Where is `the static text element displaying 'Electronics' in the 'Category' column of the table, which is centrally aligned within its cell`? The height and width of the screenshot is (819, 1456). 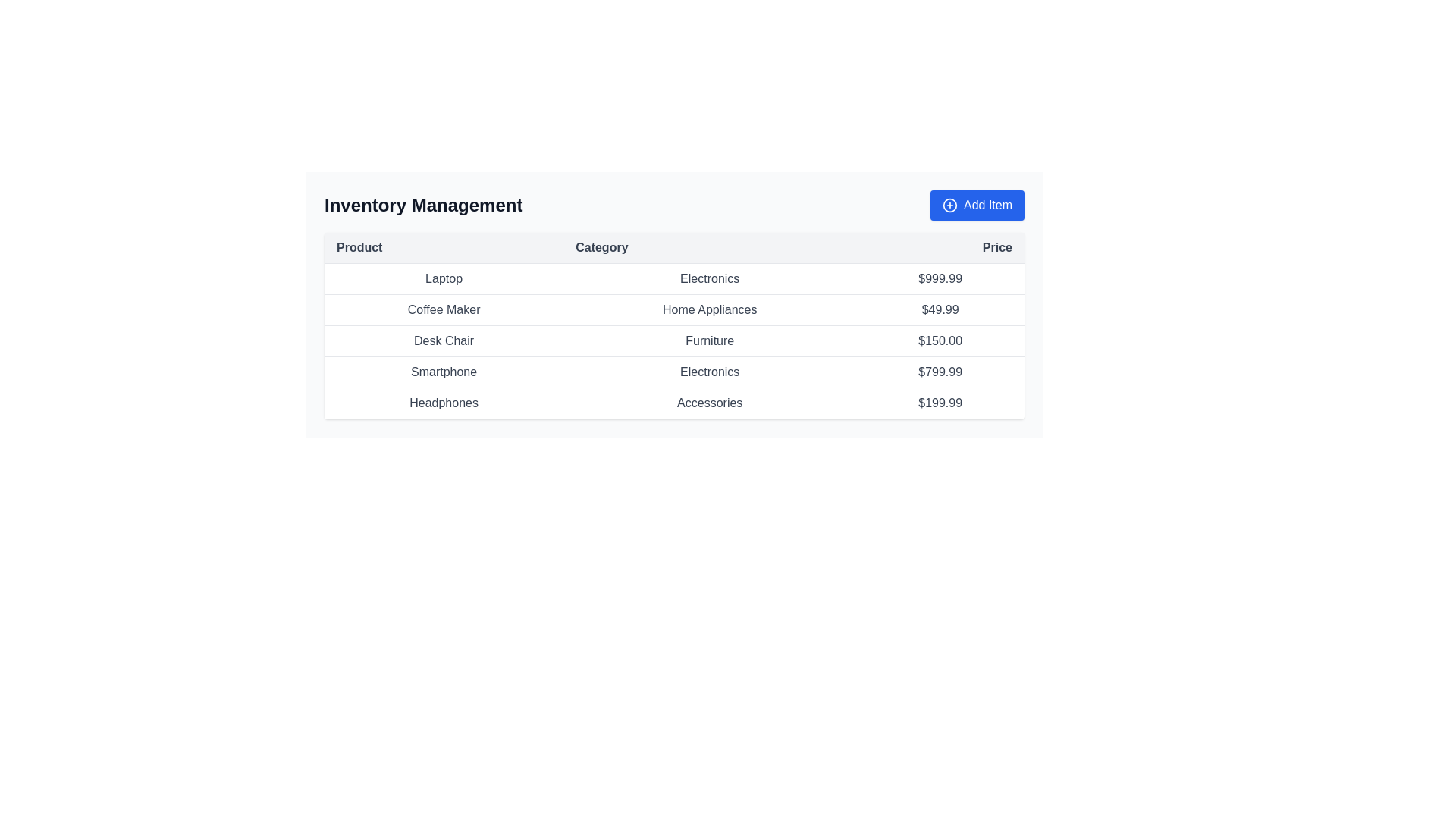 the static text element displaying 'Electronics' in the 'Category' column of the table, which is centrally aligned within its cell is located at coordinates (709, 278).